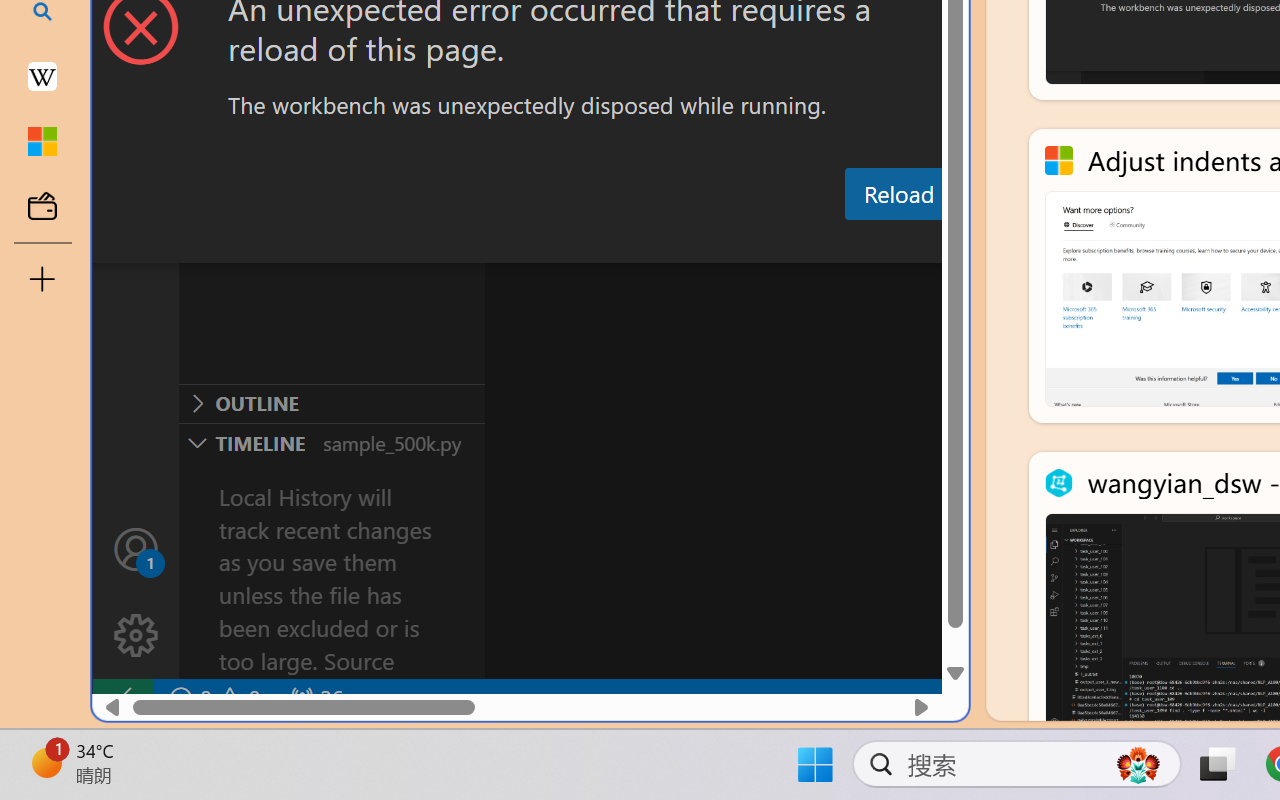 The height and width of the screenshot is (800, 1280). Describe the element at coordinates (134, 591) in the screenshot. I see `'Manage'` at that location.